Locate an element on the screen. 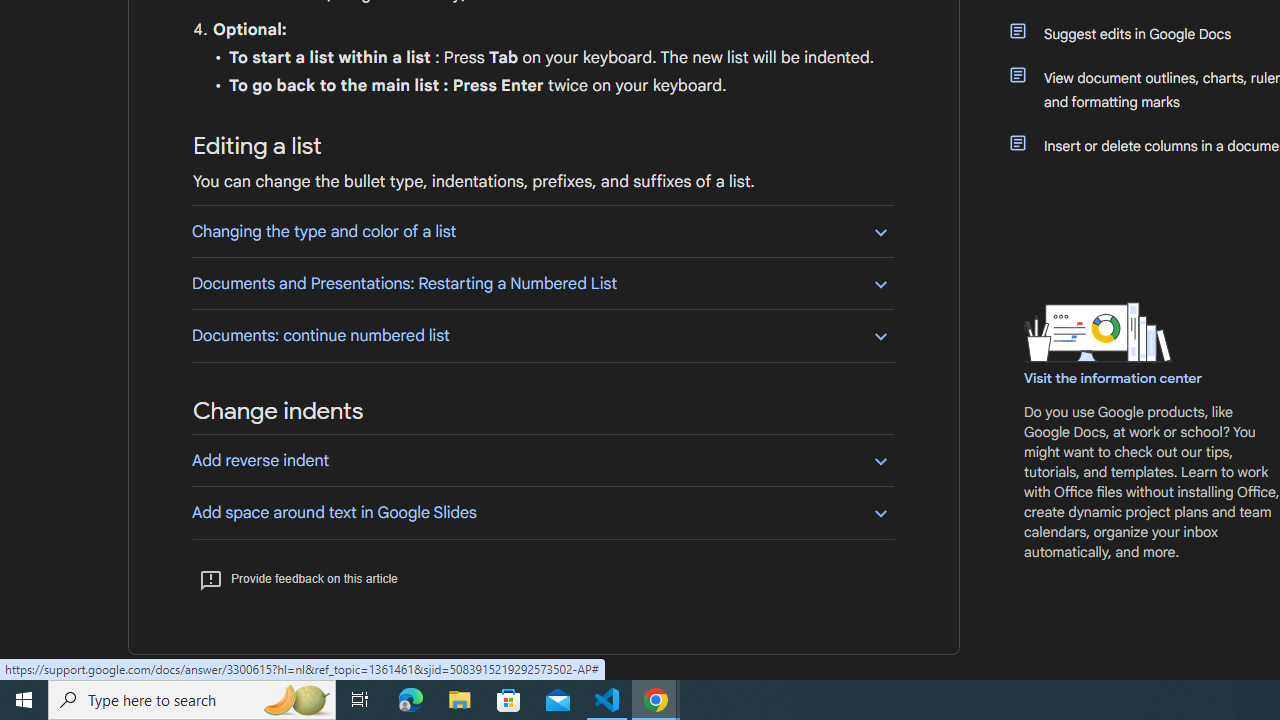  'Add space around text in Google Slides' is located at coordinates (542, 511).